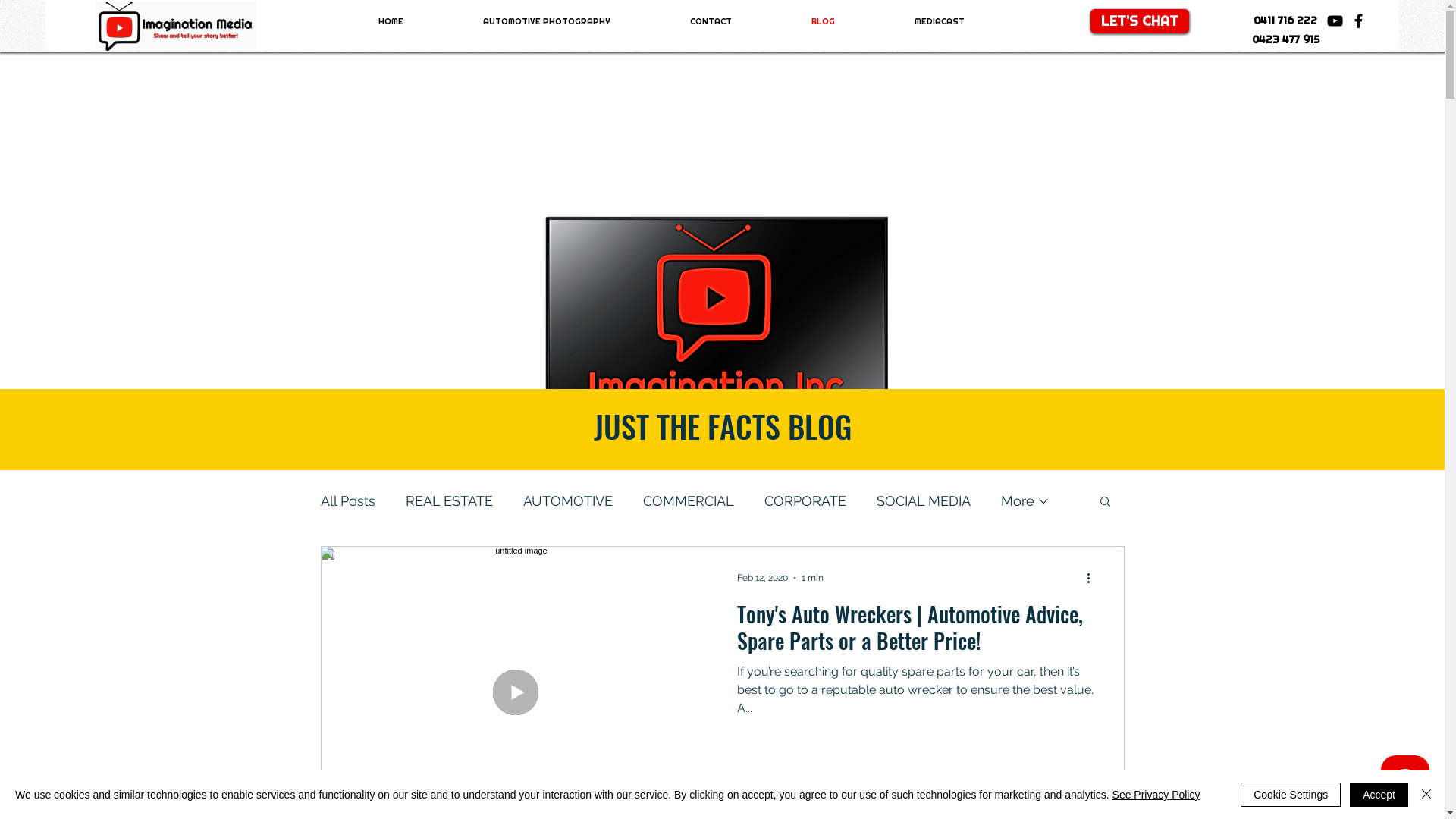 The height and width of the screenshot is (819, 1456). What do you see at coordinates (1350, 794) in the screenshot?
I see `'Accept'` at bounding box center [1350, 794].